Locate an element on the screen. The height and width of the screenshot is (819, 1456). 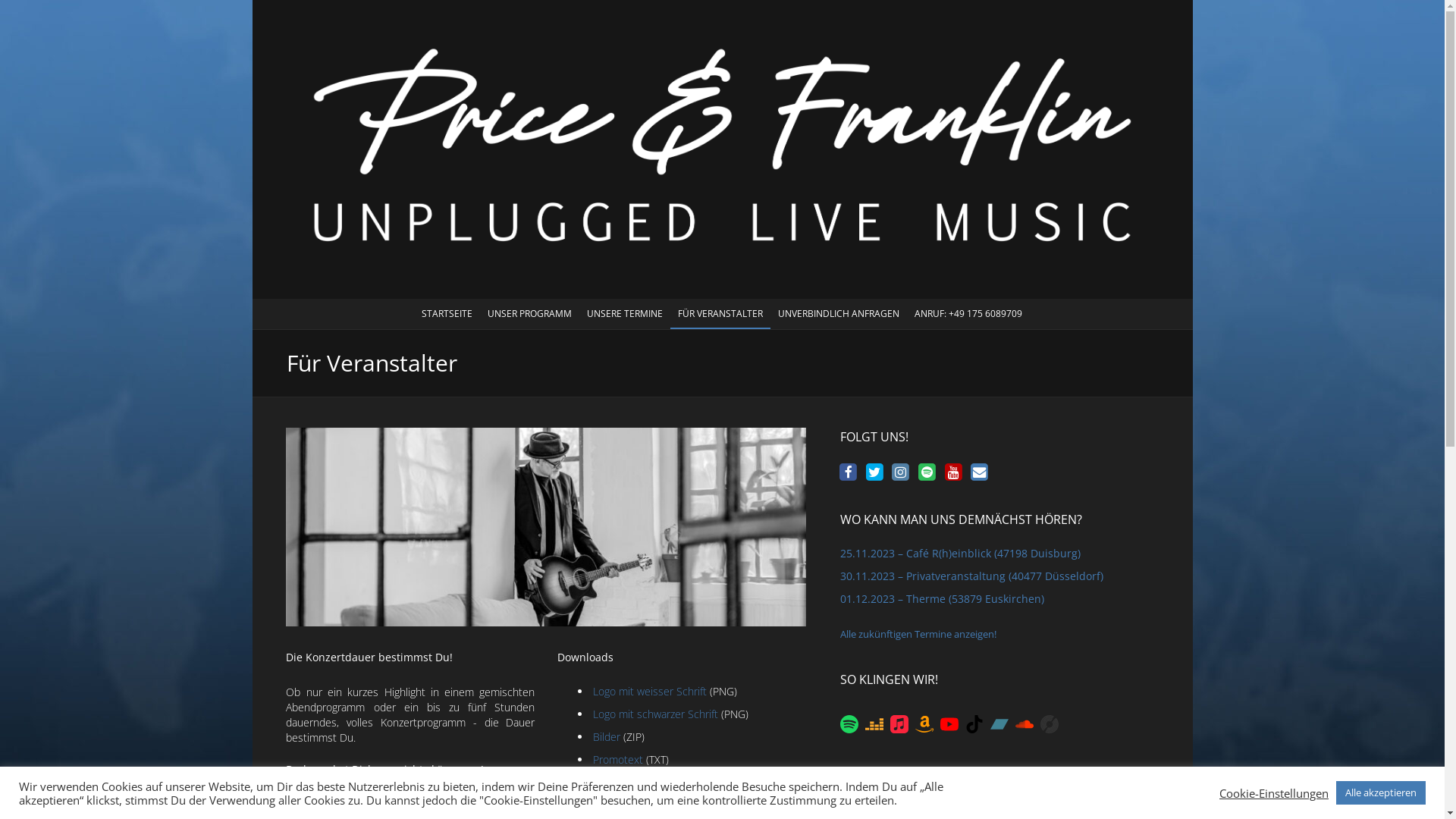
'YouTube' is located at coordinates (950, 721).